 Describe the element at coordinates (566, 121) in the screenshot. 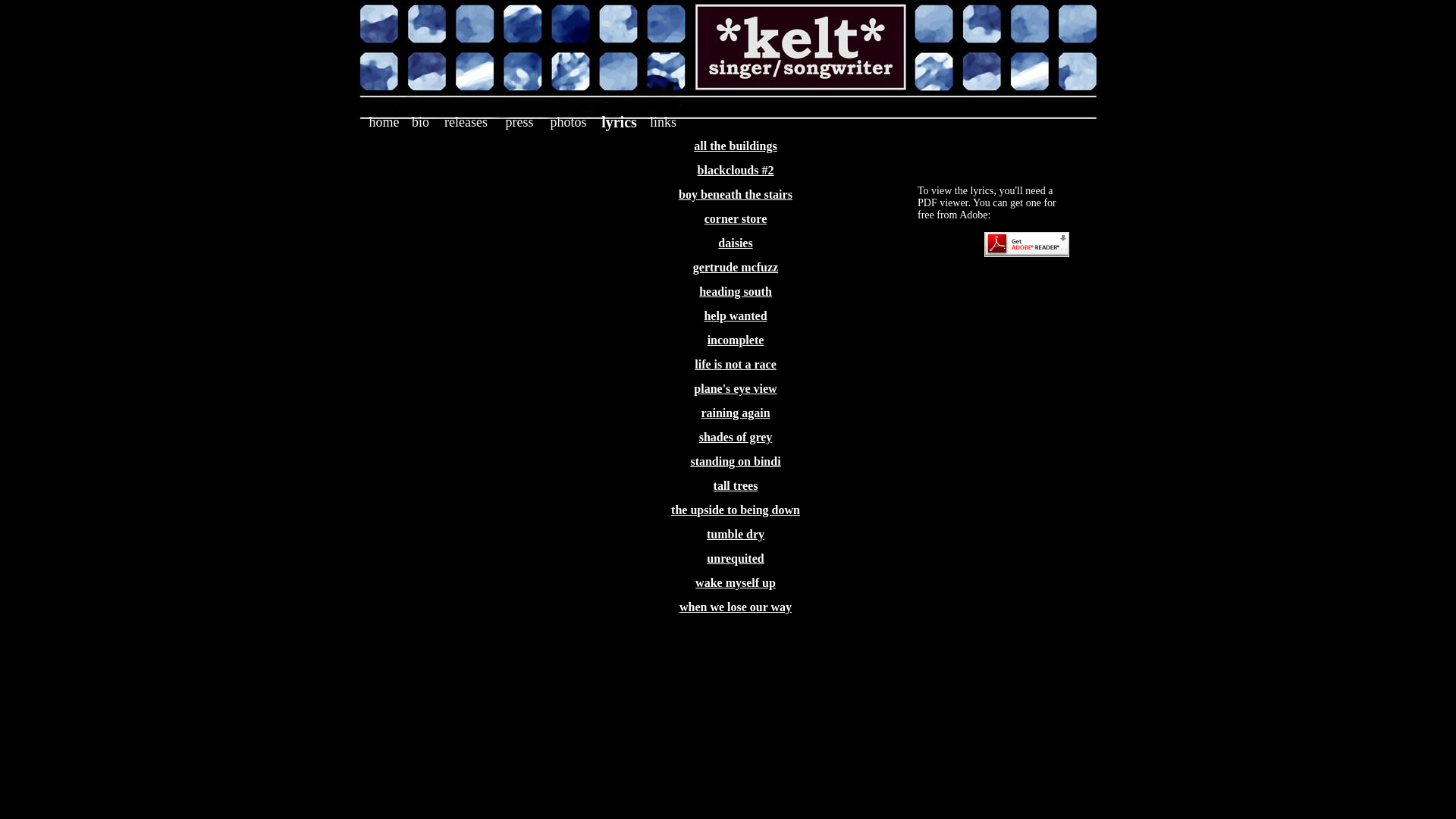

I see `'photos'` at that location.